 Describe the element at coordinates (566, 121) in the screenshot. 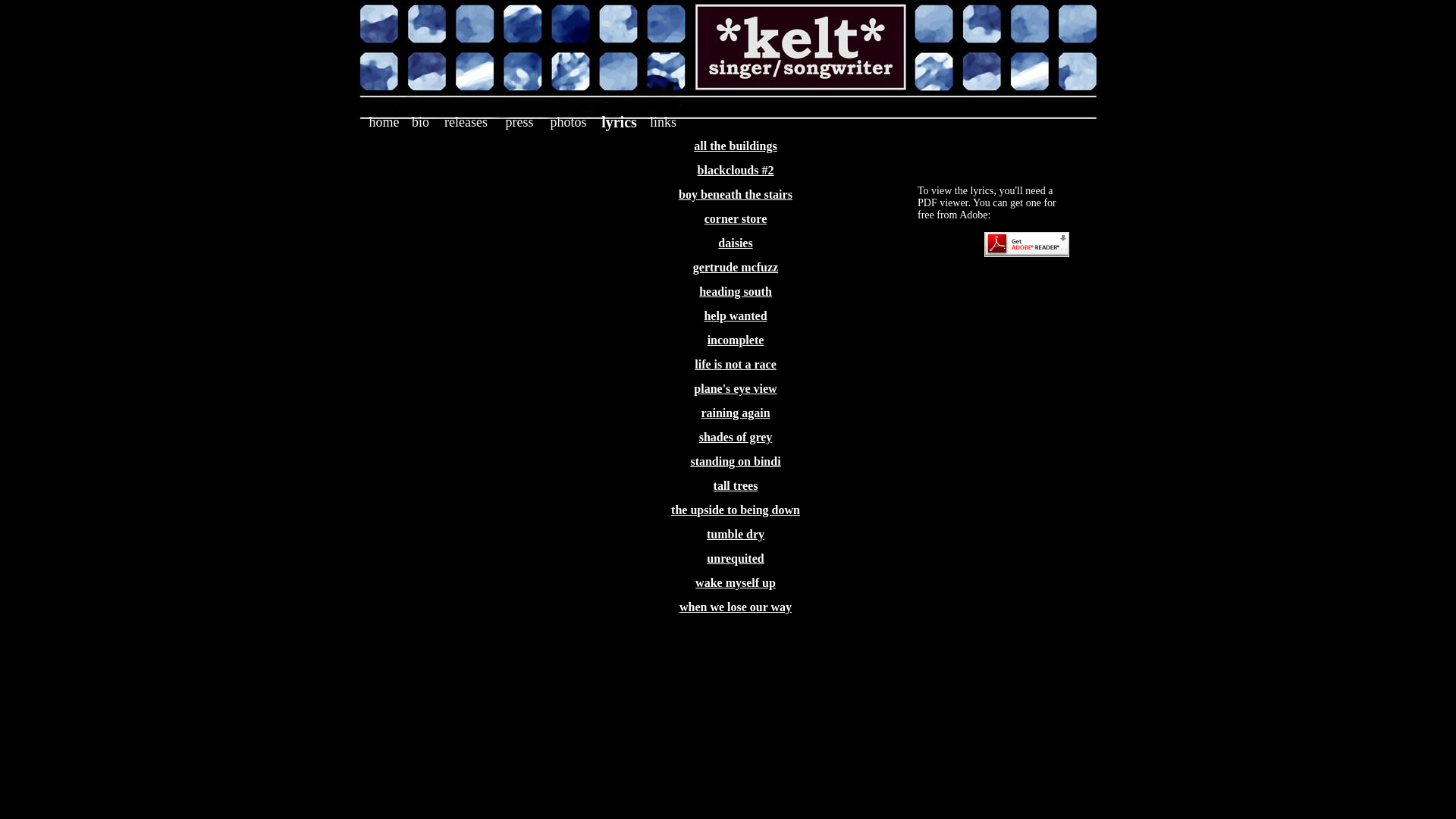

I see `'photos'` at that location.